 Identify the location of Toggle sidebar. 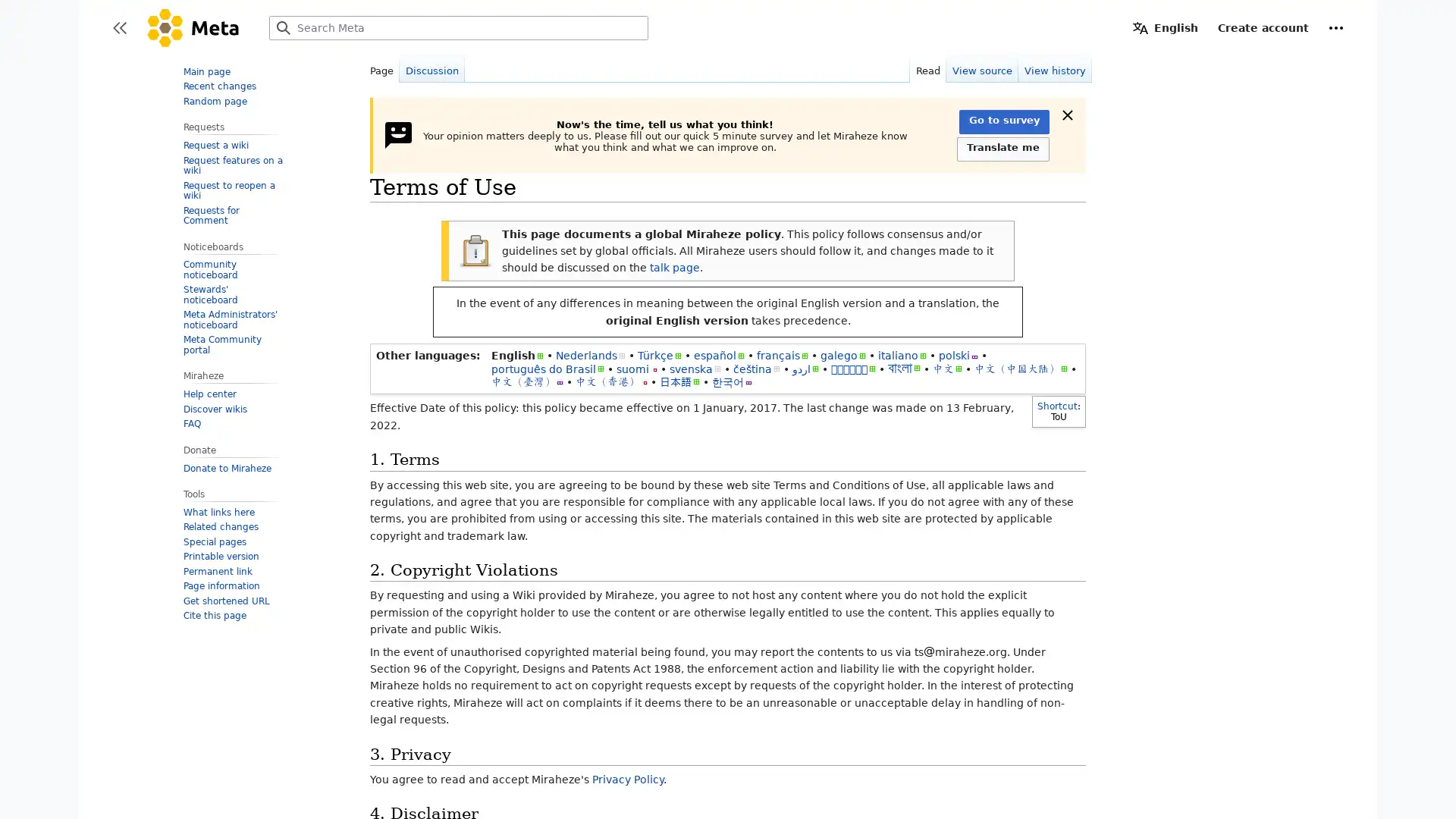
(119, 28).